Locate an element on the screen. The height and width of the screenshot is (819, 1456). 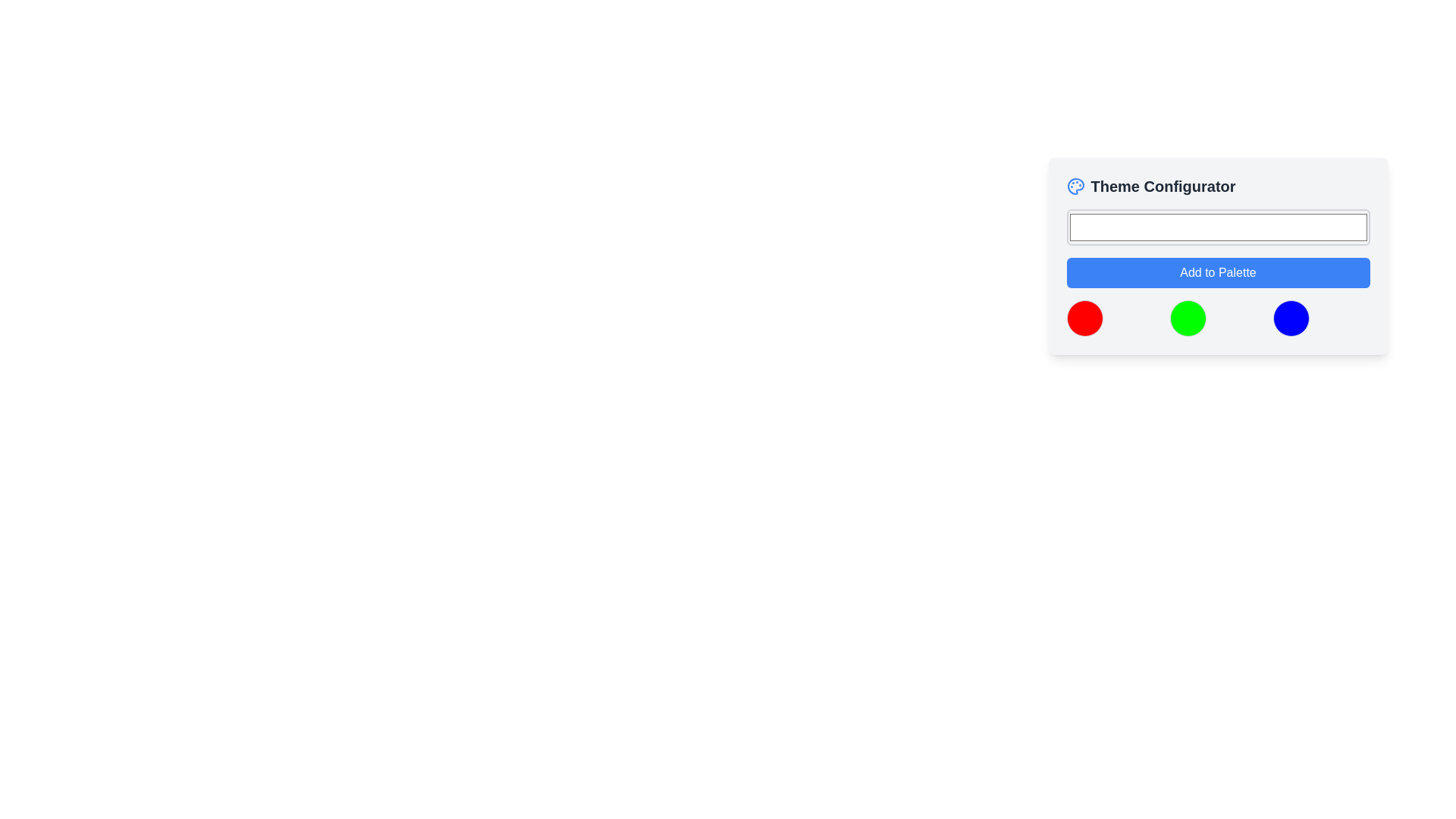
the blue circular palette icon located at the top-left of the interface, which includes smaller contrasting colored paint drop symbols is located at coordinates (1075, 186).